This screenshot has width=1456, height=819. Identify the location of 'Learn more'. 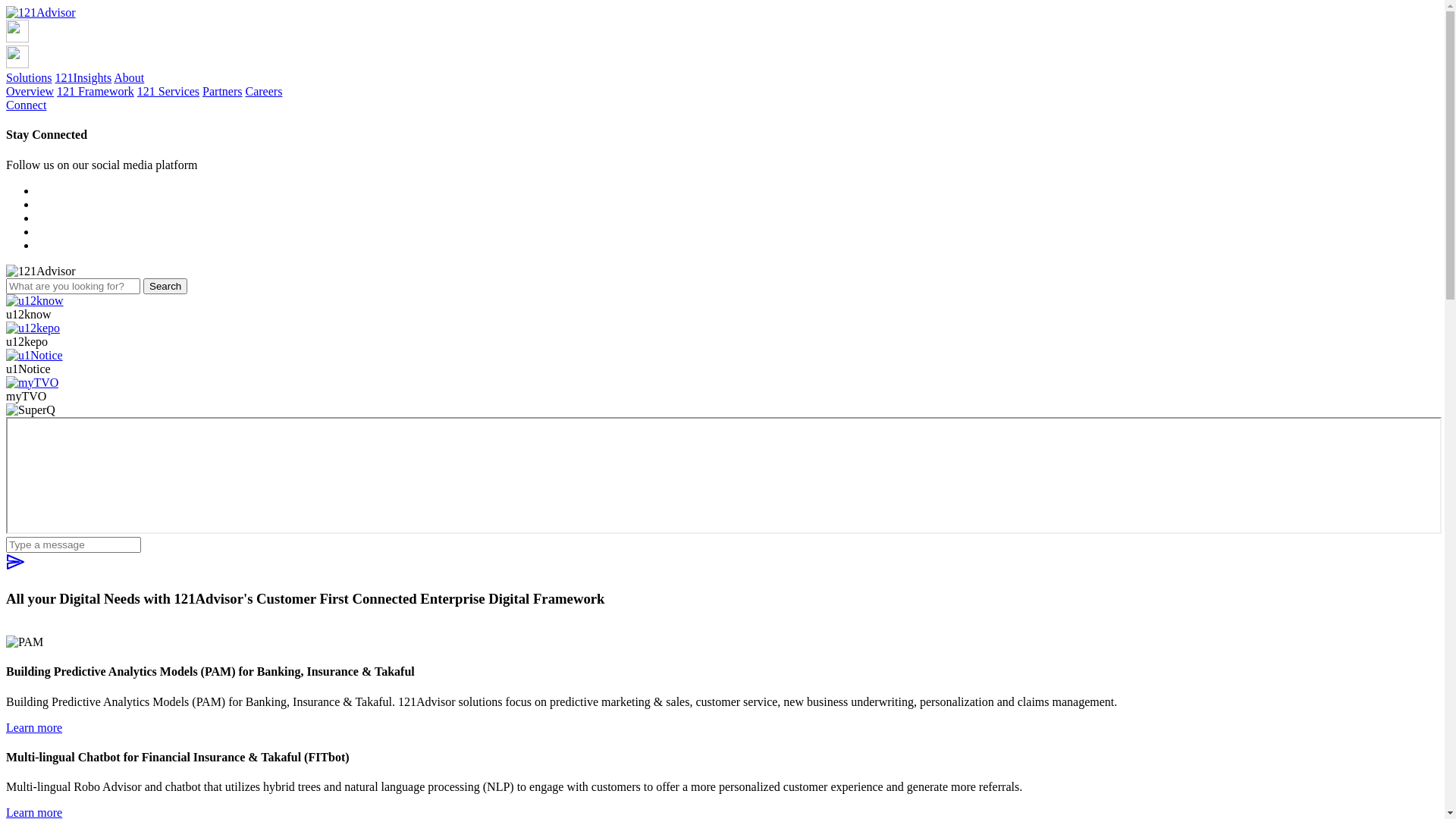
(6, 726).